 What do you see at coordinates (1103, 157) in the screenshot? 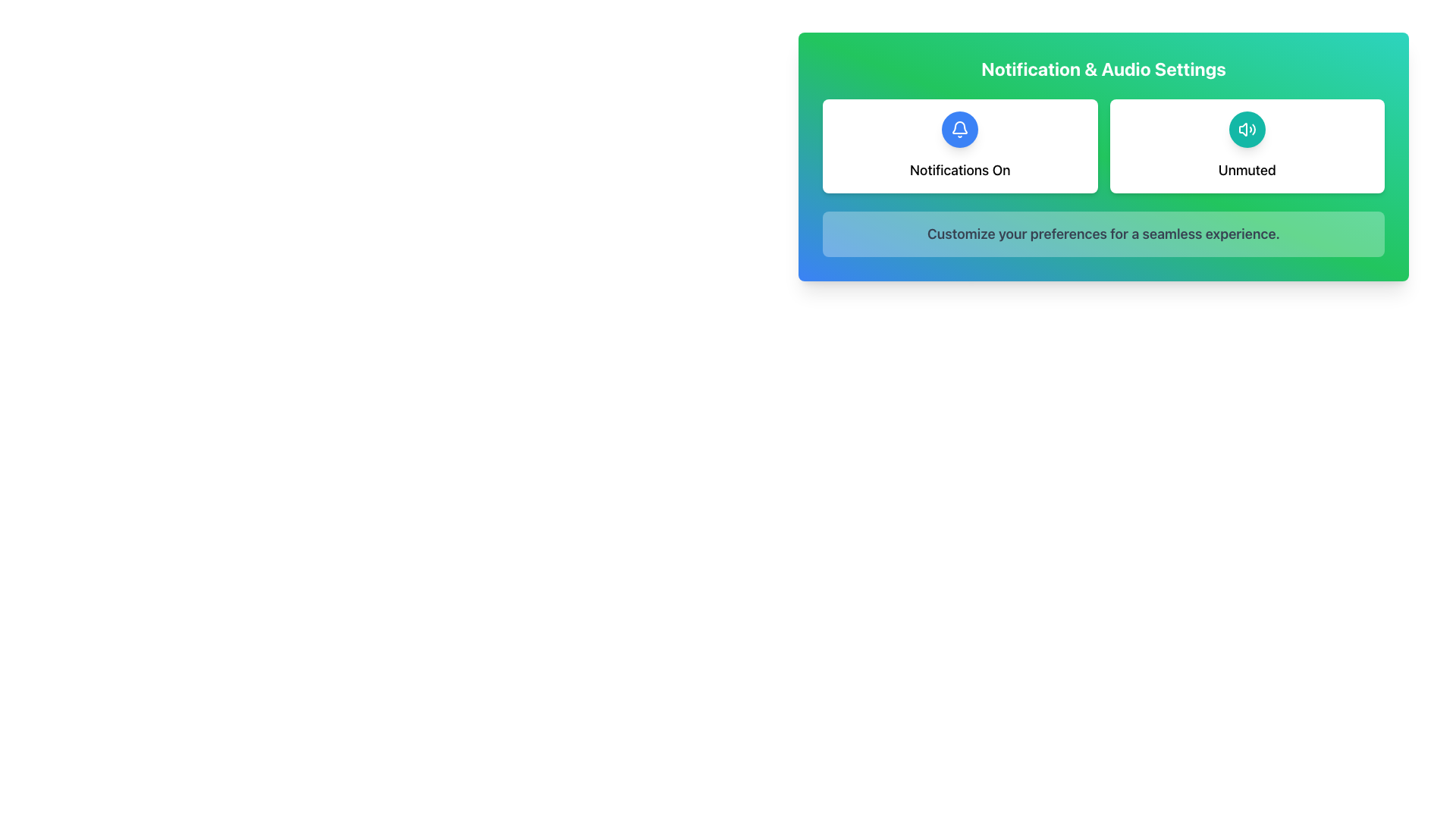
I see `information displayed in the Header section titled 'Notification & Audio Settings', which contains two blocks labeled 'Notifications On' and 'Unmuted', and a descriptive text bar below them` at bounding box center [1103, 157].